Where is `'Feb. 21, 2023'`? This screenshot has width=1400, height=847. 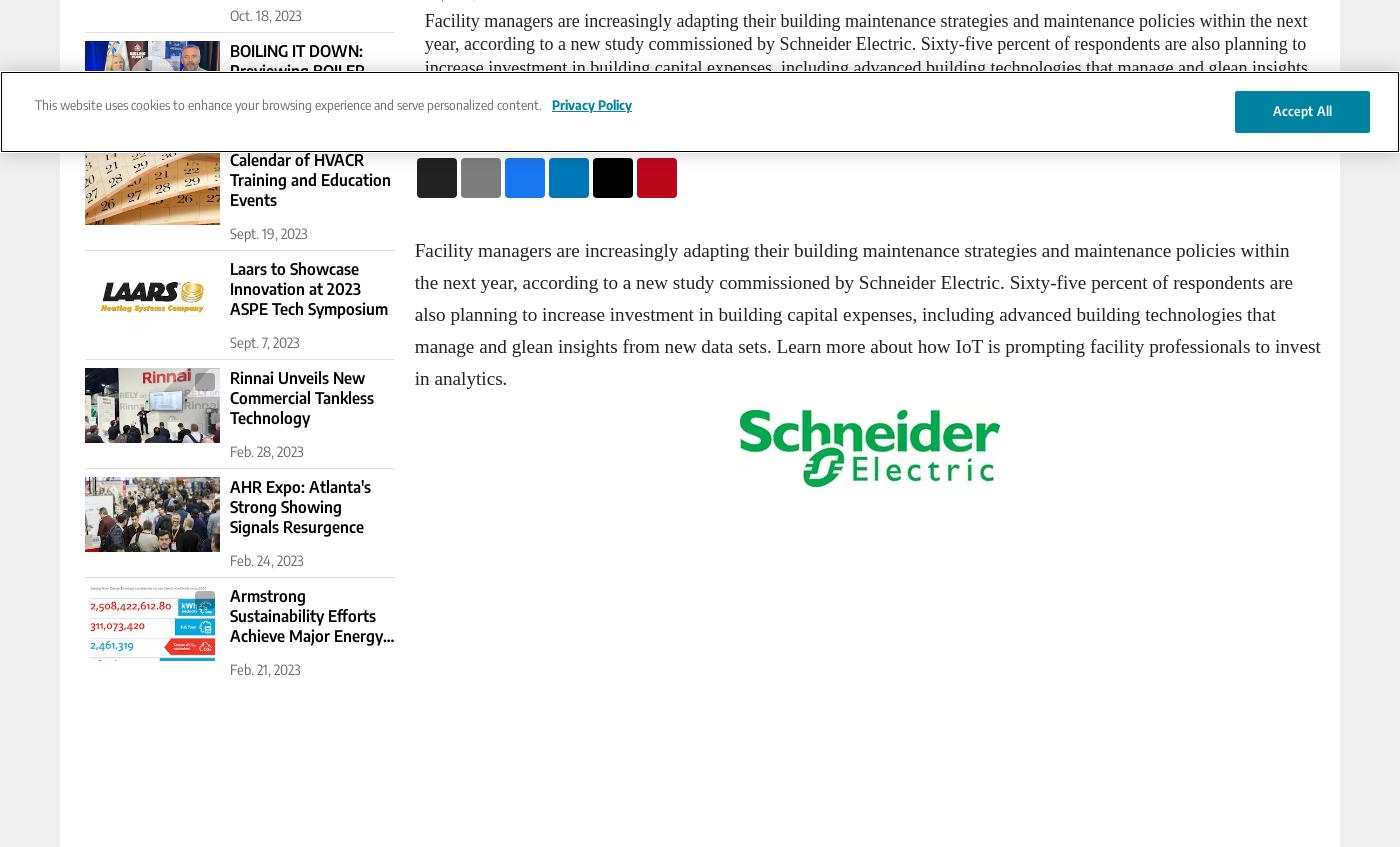 'Feb. 21, 2023' is located at coordinates (265, 669).